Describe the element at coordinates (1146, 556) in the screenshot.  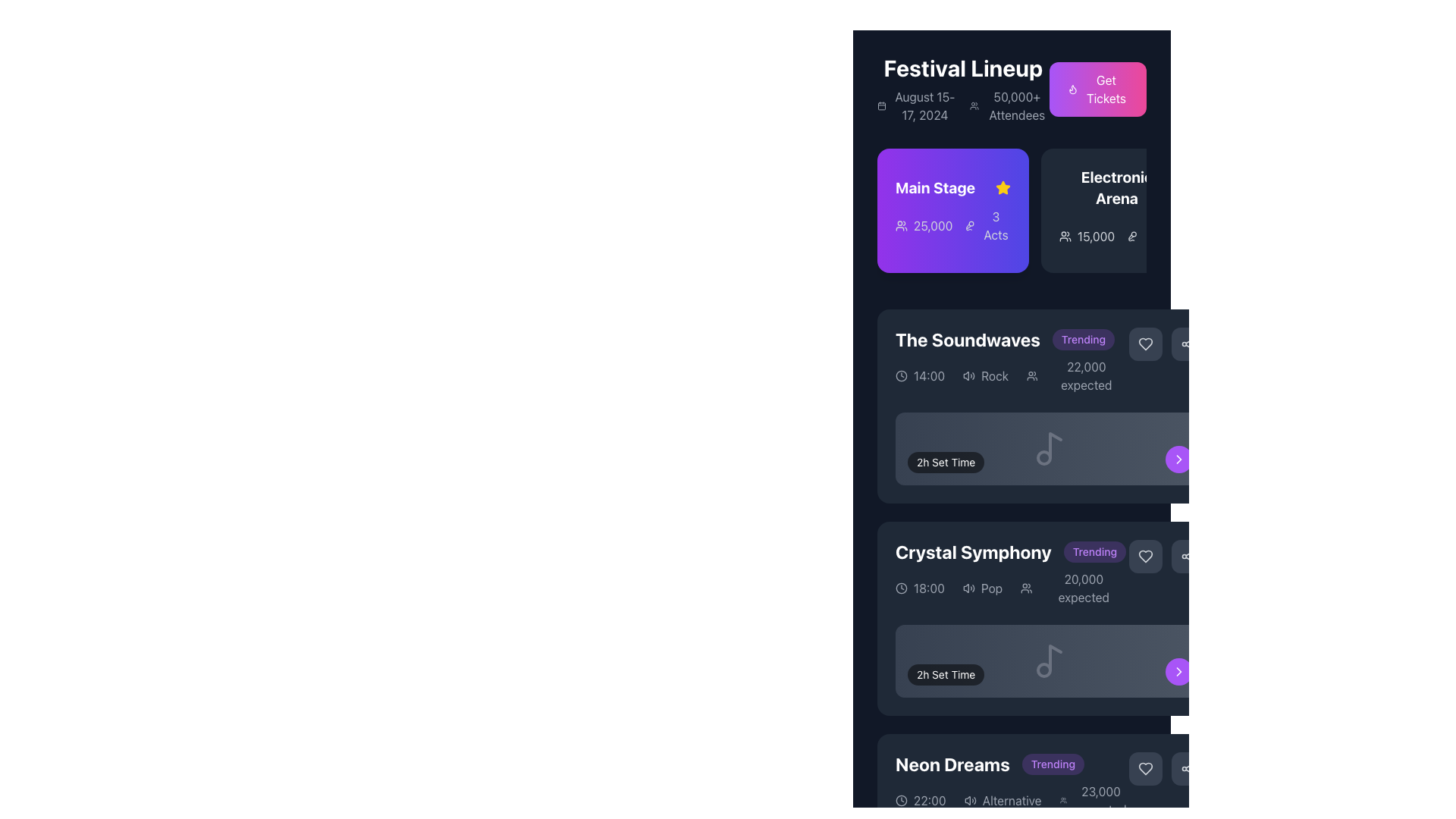
I see `the heart icon located at the top-right corner of the 'Crystal Symphony' section to mark it as favorite or like` at that location.